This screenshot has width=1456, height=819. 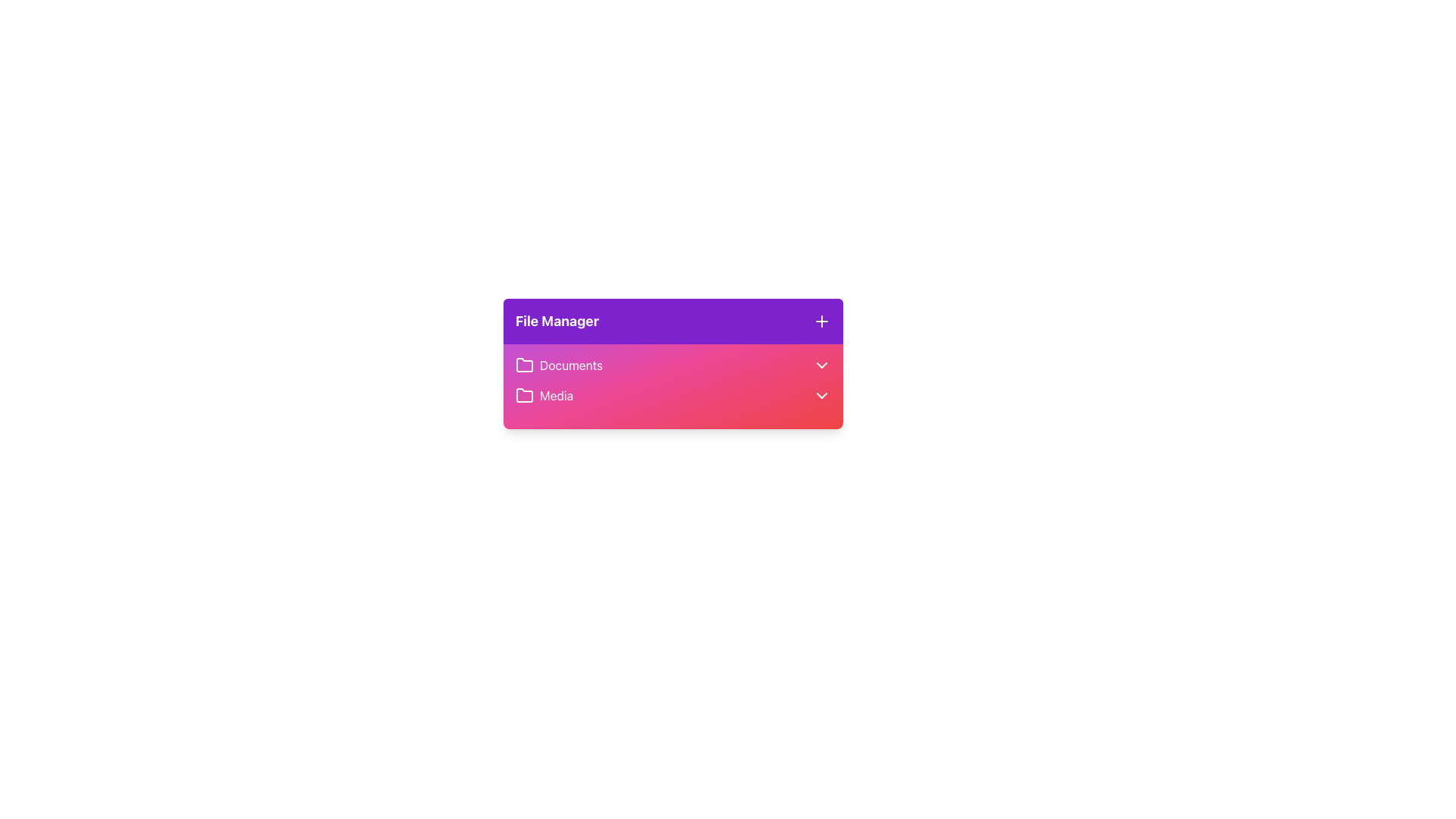 What do you see at coordinates (821, 366) in the screenshot?
I see `the downward-pointing chevron icon on the right side of the 'Documents' row in the 'File Manager'` at bounding box center [821, 366].